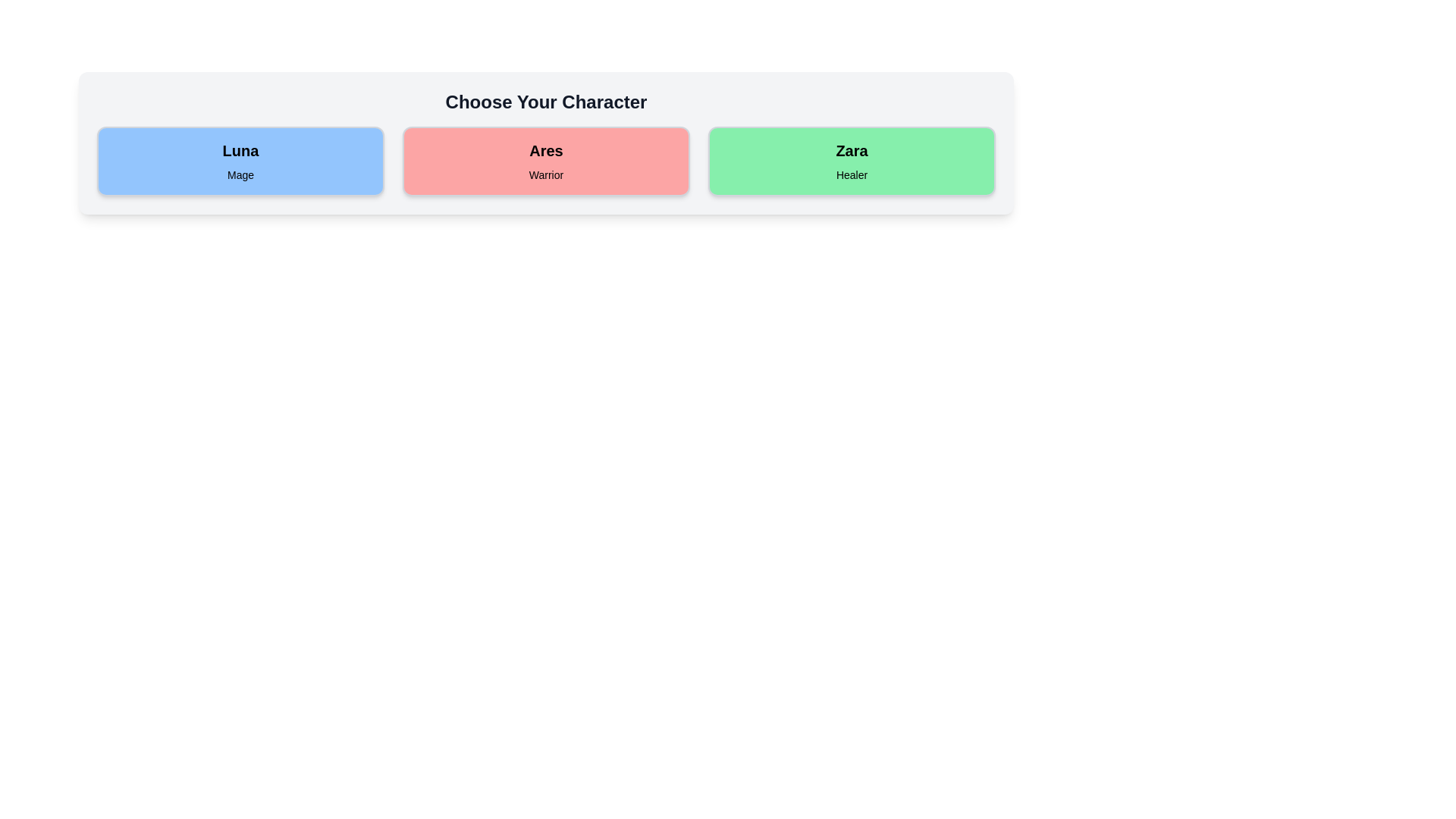  I want to click on the character card for Ares, so click(546, 161).